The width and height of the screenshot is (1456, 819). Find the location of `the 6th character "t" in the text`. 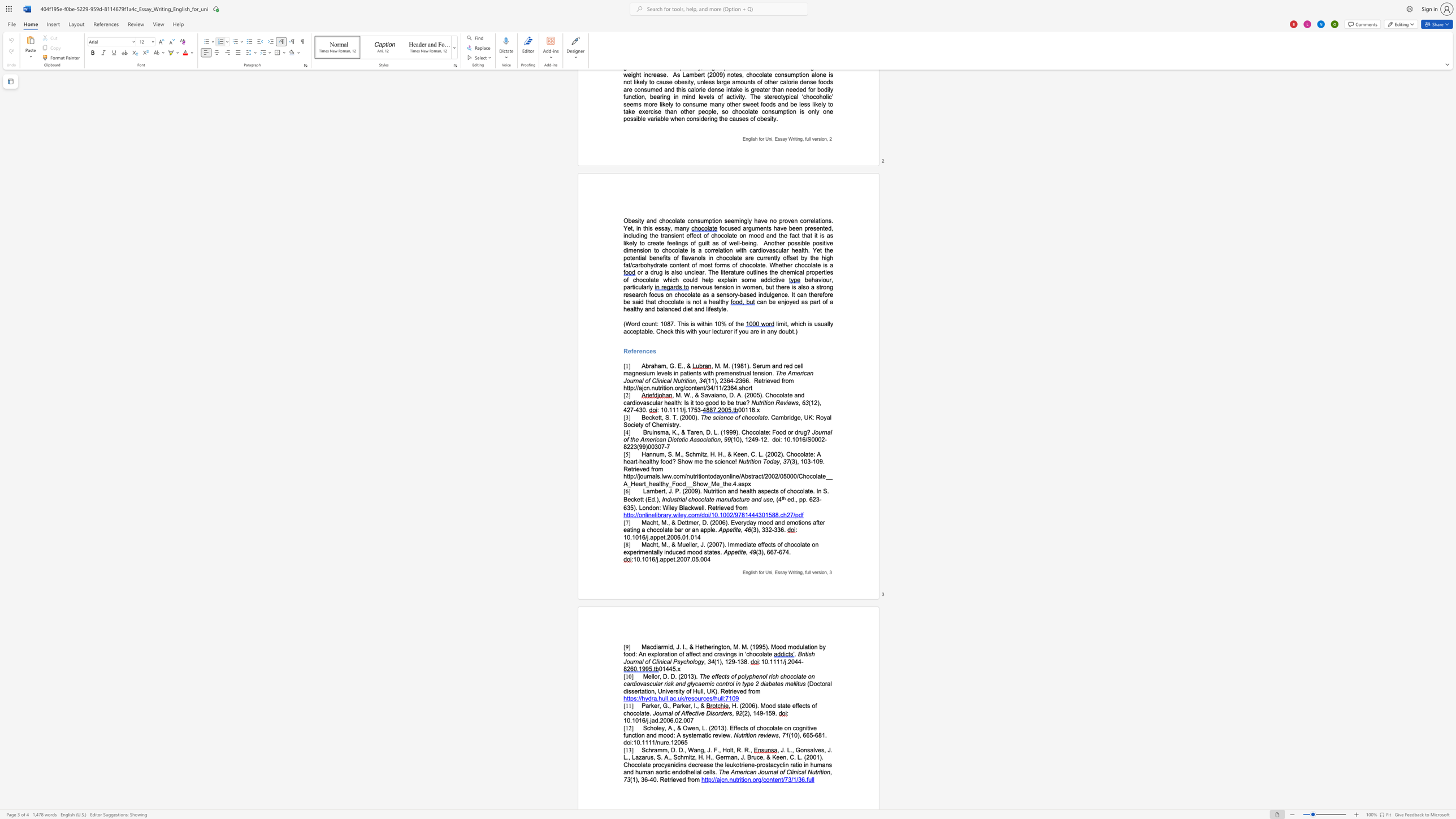

the 6th character "t" in the text is located at coordinates (708, 476).